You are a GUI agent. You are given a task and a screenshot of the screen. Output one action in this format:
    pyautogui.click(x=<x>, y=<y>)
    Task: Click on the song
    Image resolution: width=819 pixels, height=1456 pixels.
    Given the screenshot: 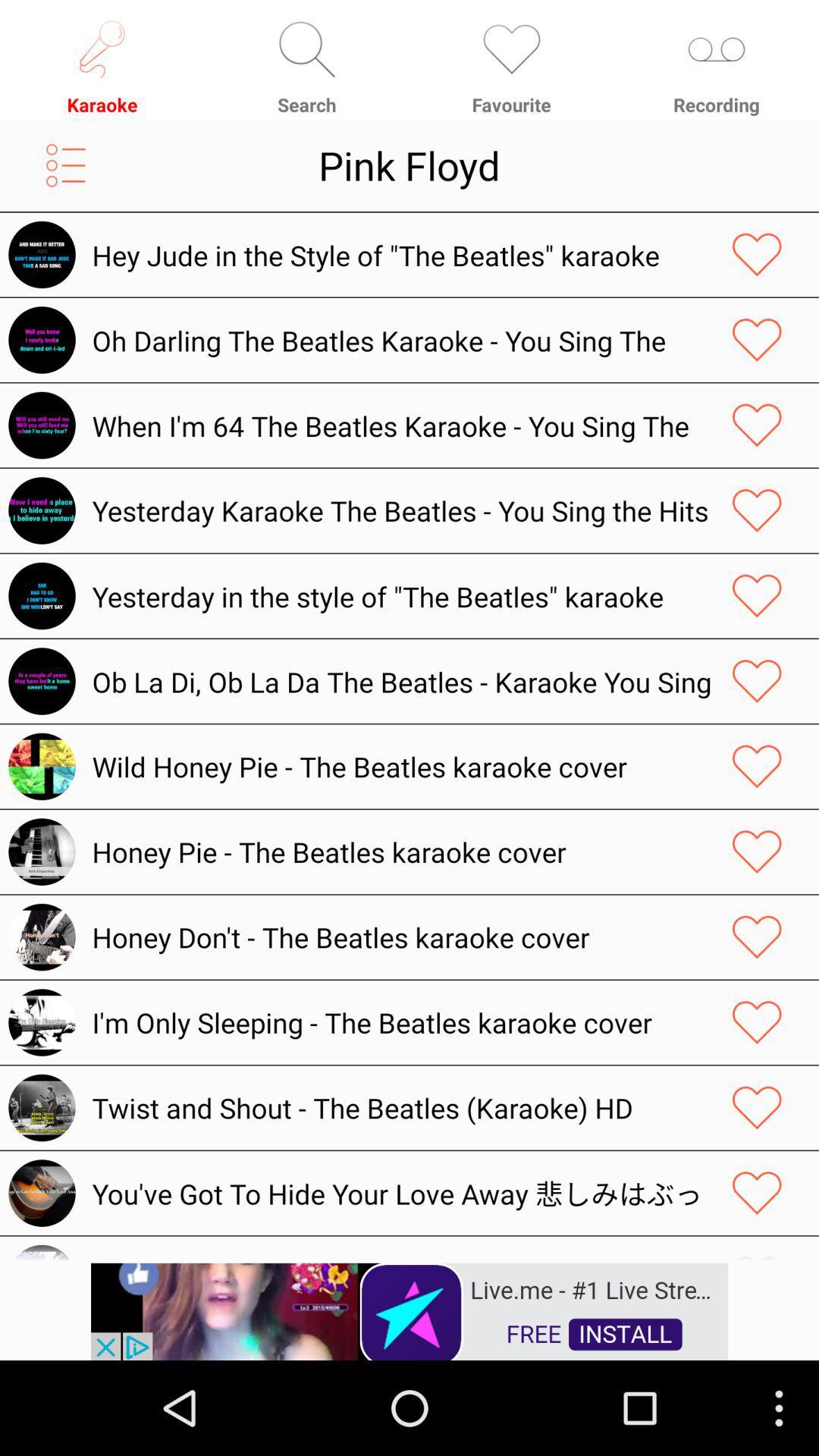 What is the action you would take?
    pyautogui.click(x=757, y=852)
    